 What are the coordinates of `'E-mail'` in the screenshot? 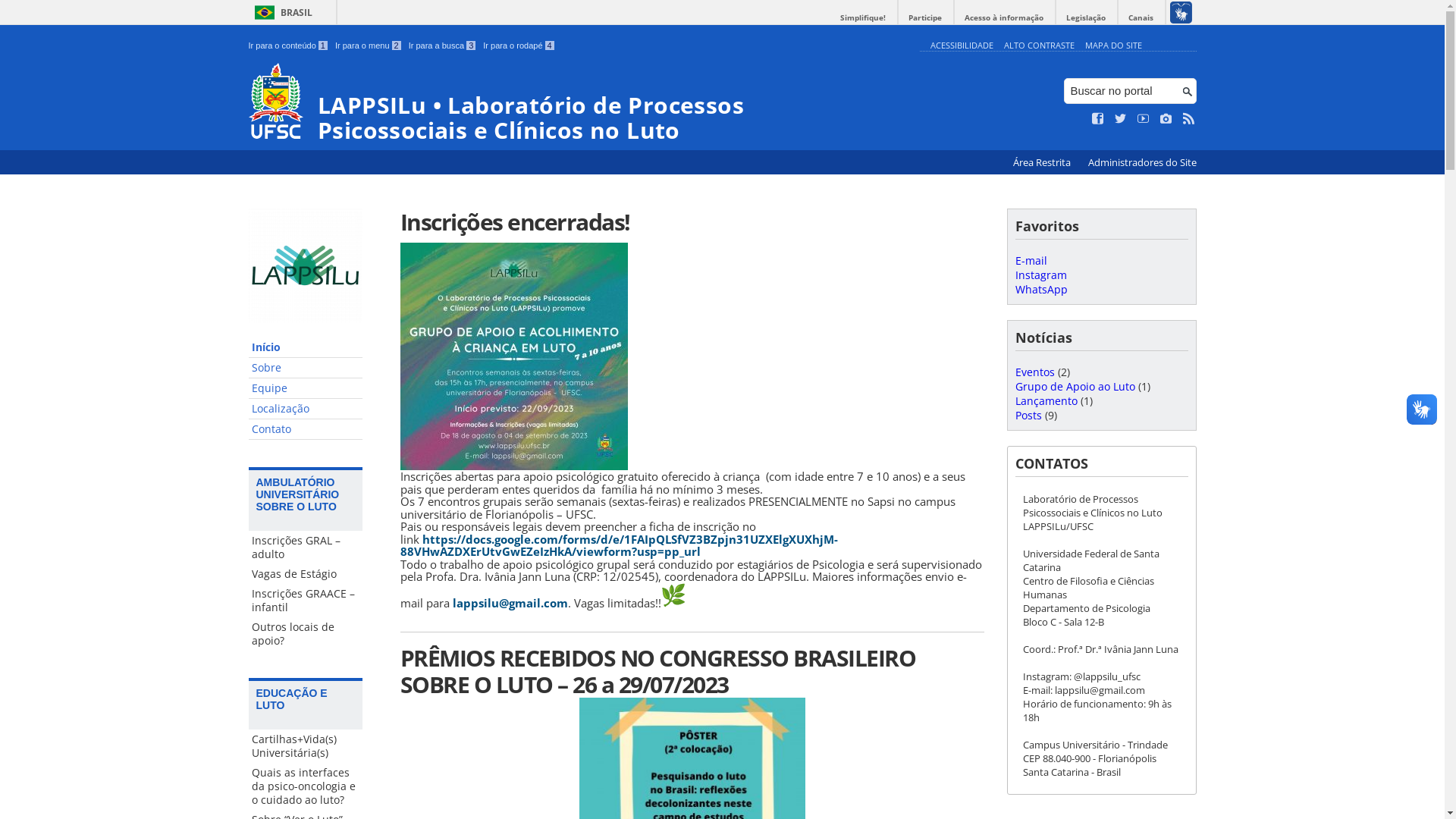 It's located at (1030, 259).